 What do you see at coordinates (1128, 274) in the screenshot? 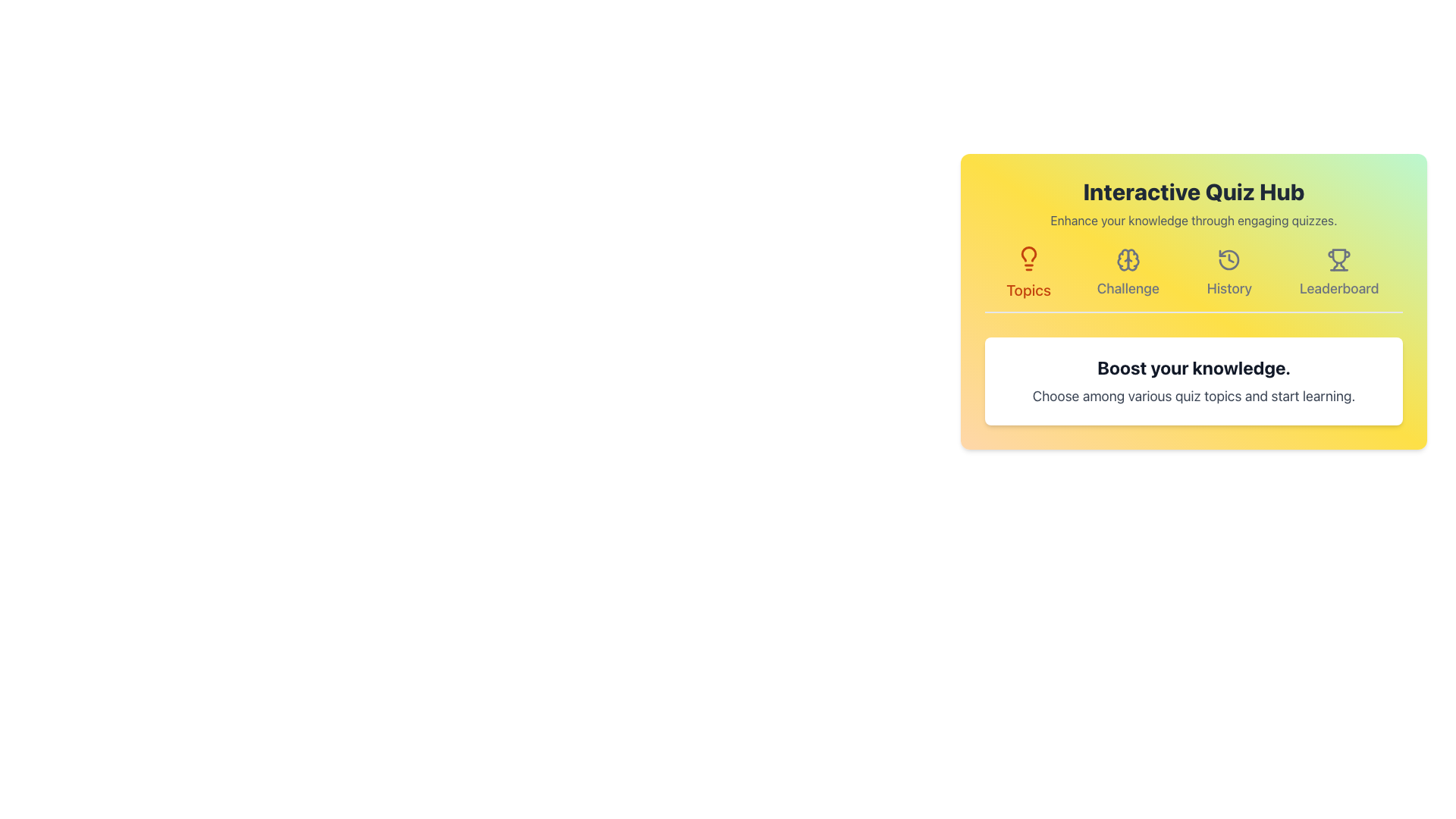
I see `the 'Challenge' IconButton, which is located in the second slot of the row of four items titled 'Topics', 'Challenge', 'History', and 'Leaderboard'` at bounding box center [1128, 274].